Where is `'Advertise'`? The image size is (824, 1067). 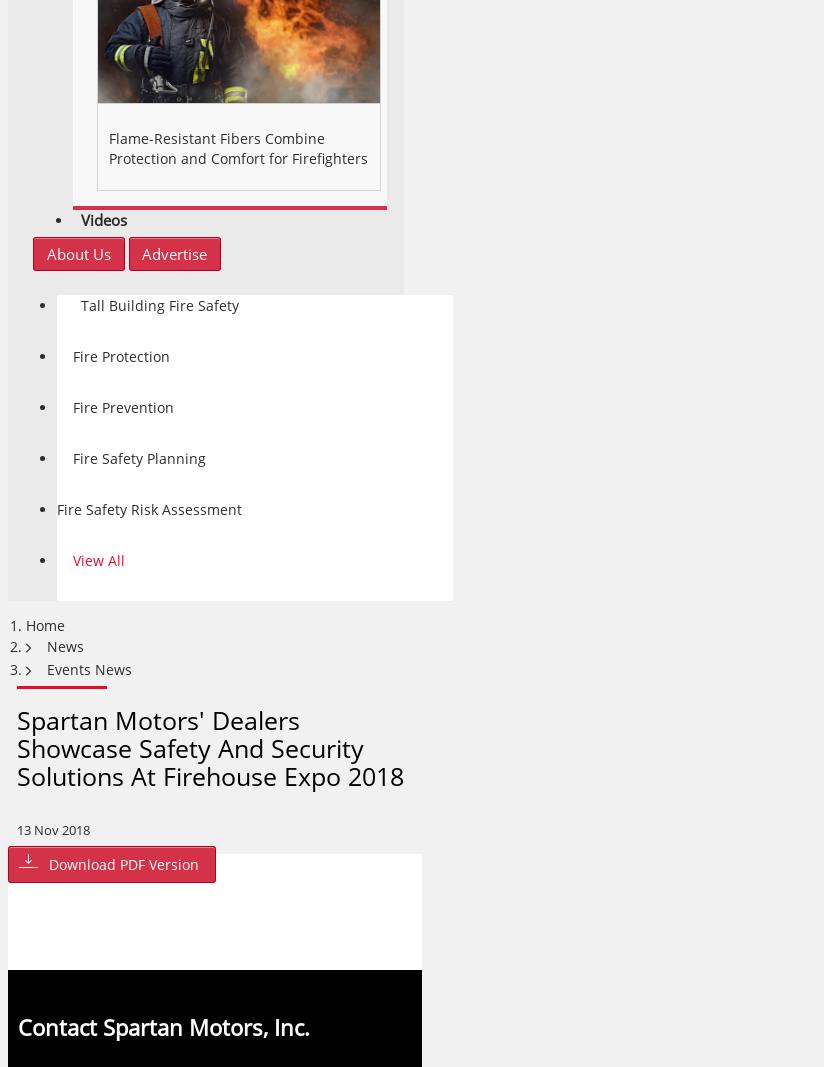 'Advertise' is located at coordinates (174, 254).